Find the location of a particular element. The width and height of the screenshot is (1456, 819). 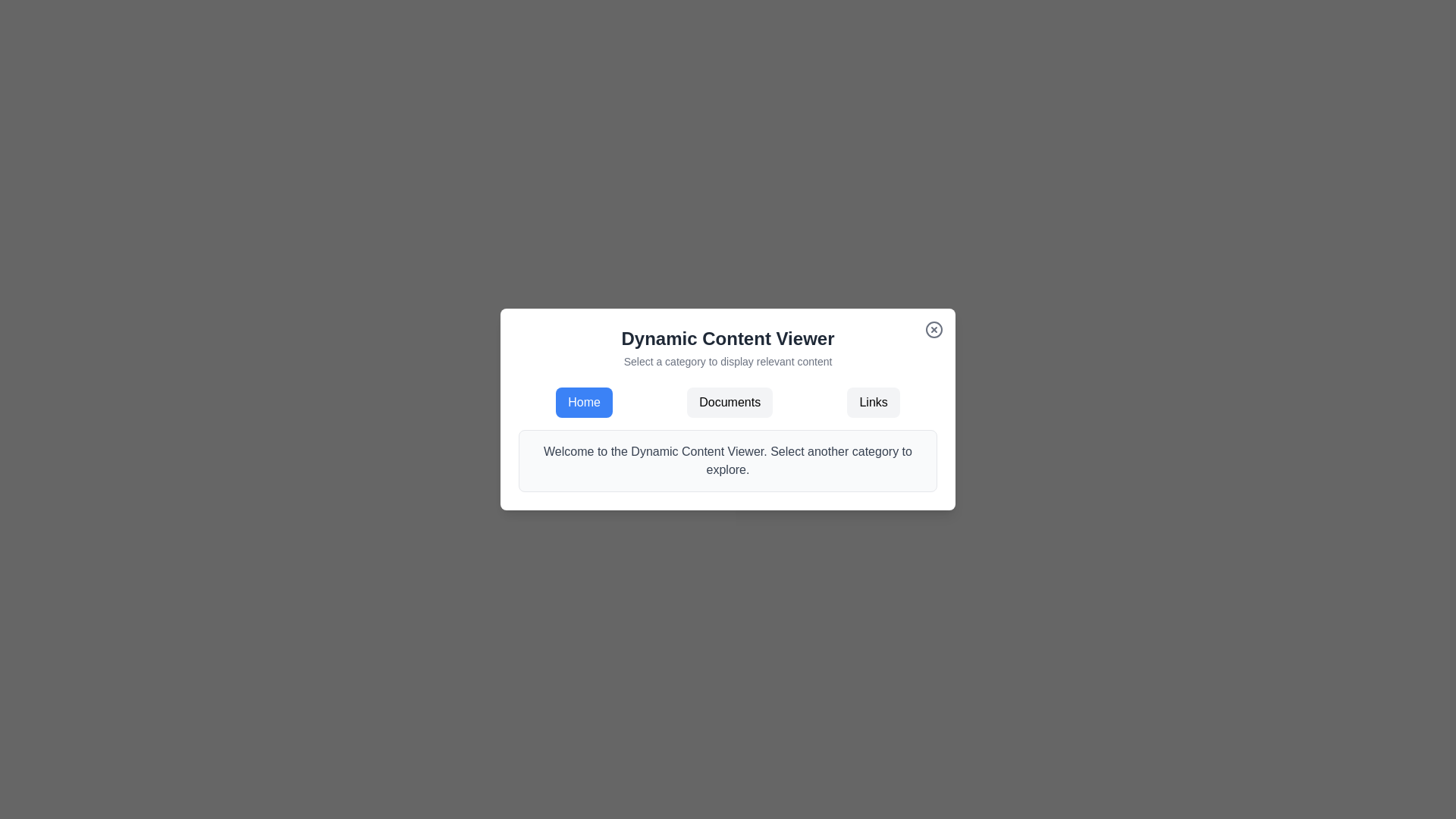

the navigation button on the far right that switches to the 'Links' category to change its background color is located at coordinates (874, 402).